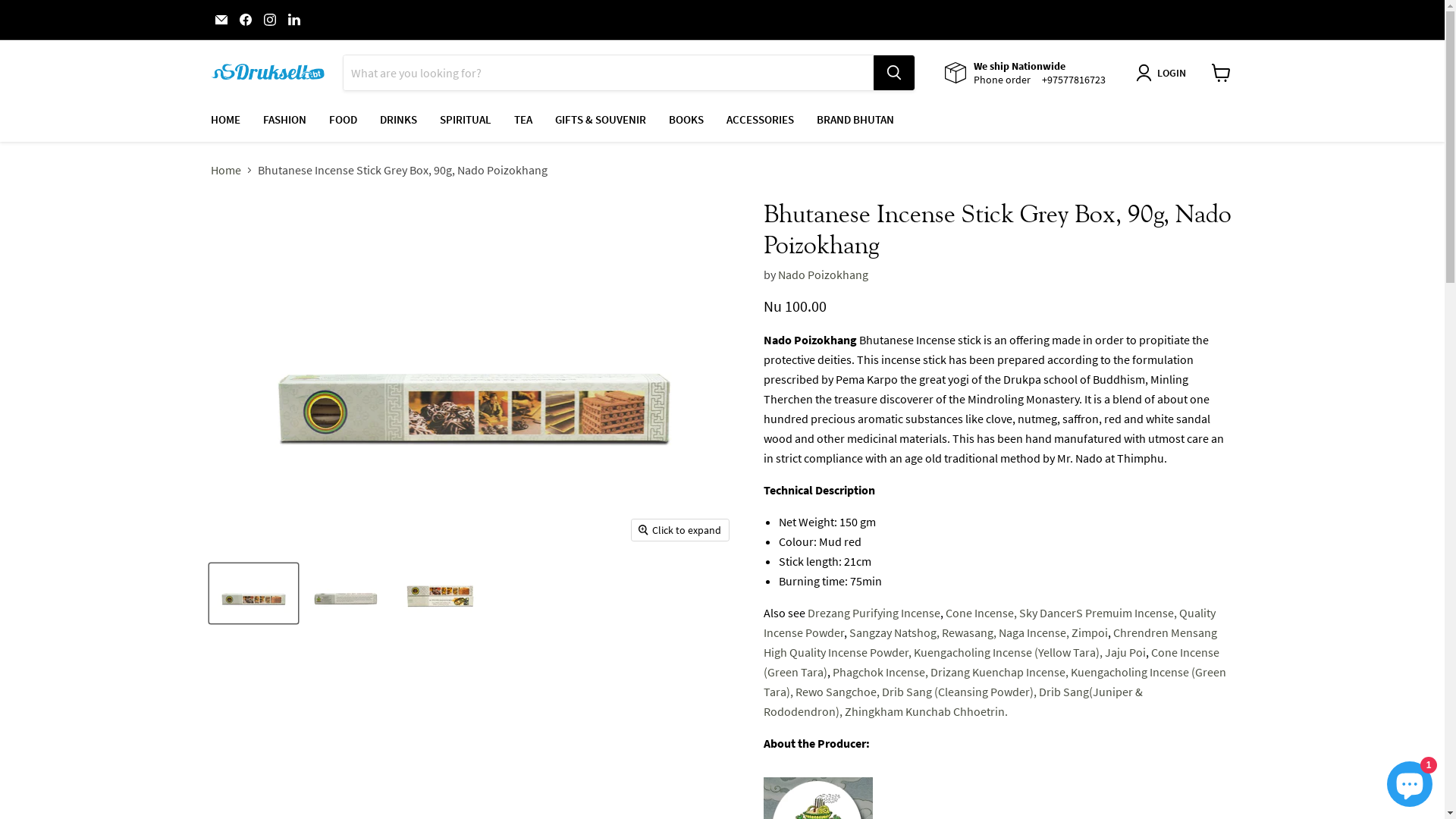 This screenshot has width=1456, height=819. I want to click on 'Email druksell.bt', so click(221, 20).